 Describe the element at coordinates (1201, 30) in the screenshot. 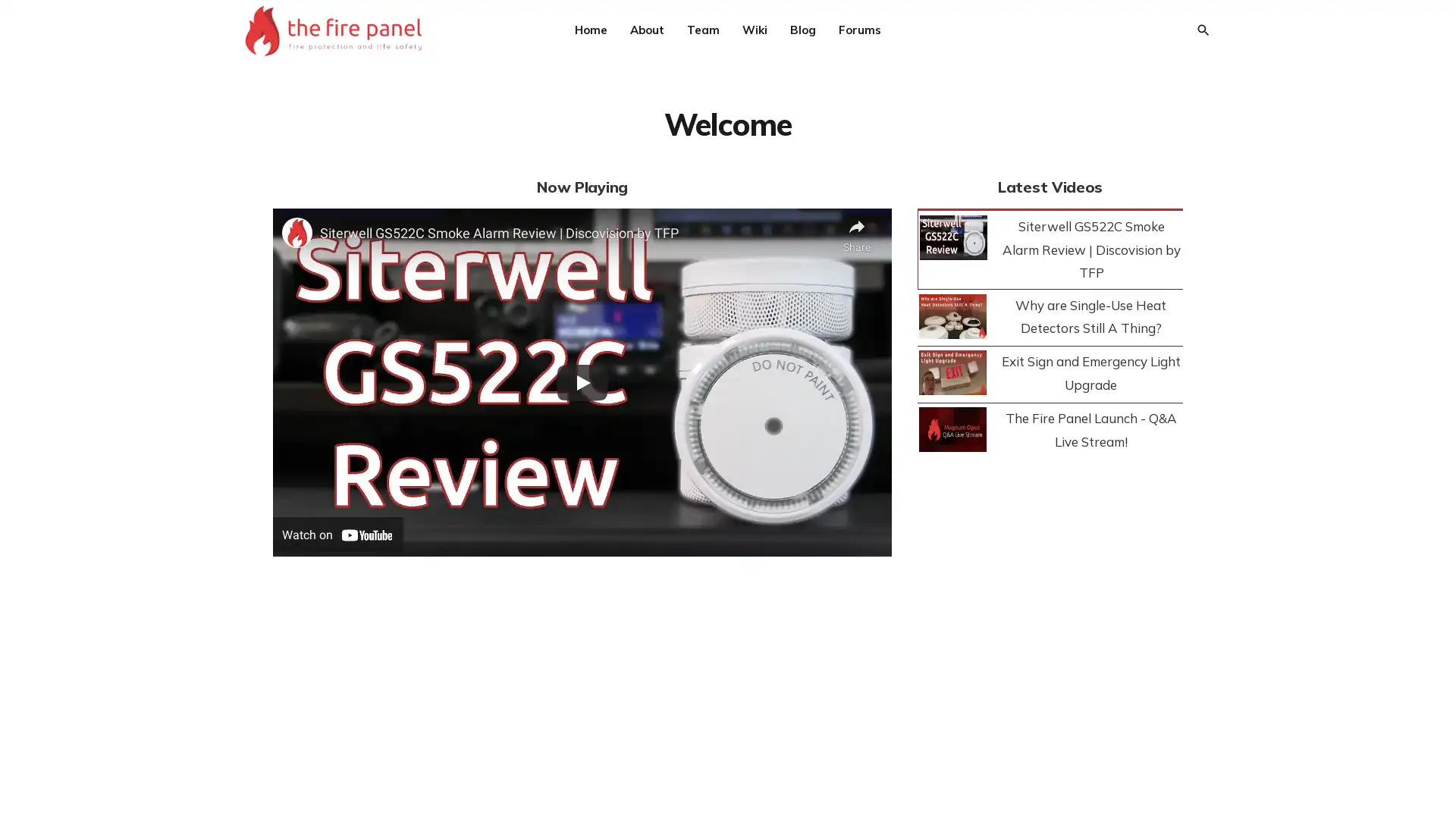

I see `Search` at that location.